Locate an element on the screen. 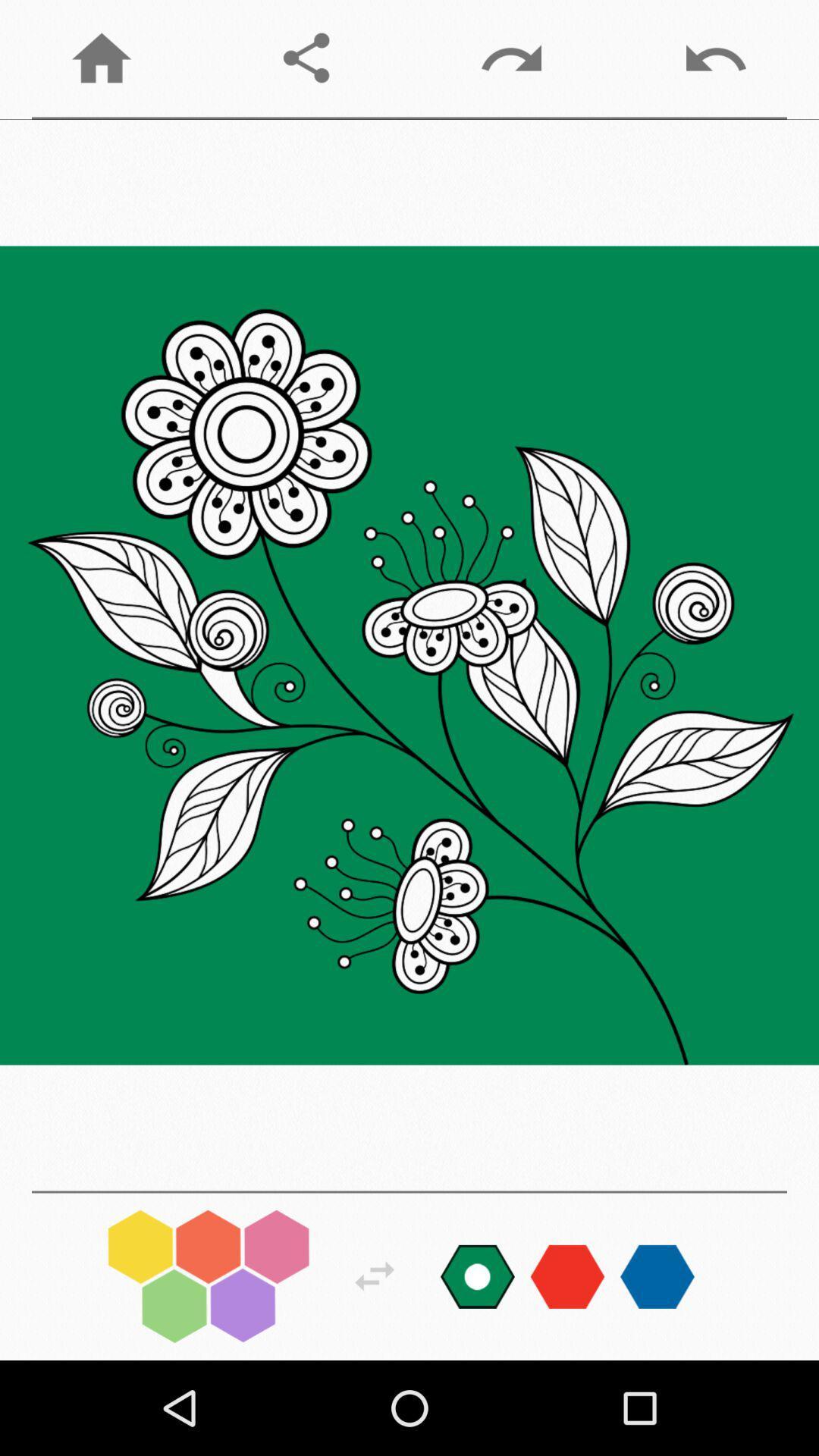 This screenshot has width=819, height=1456. color is located at coordinates (476, 1276).